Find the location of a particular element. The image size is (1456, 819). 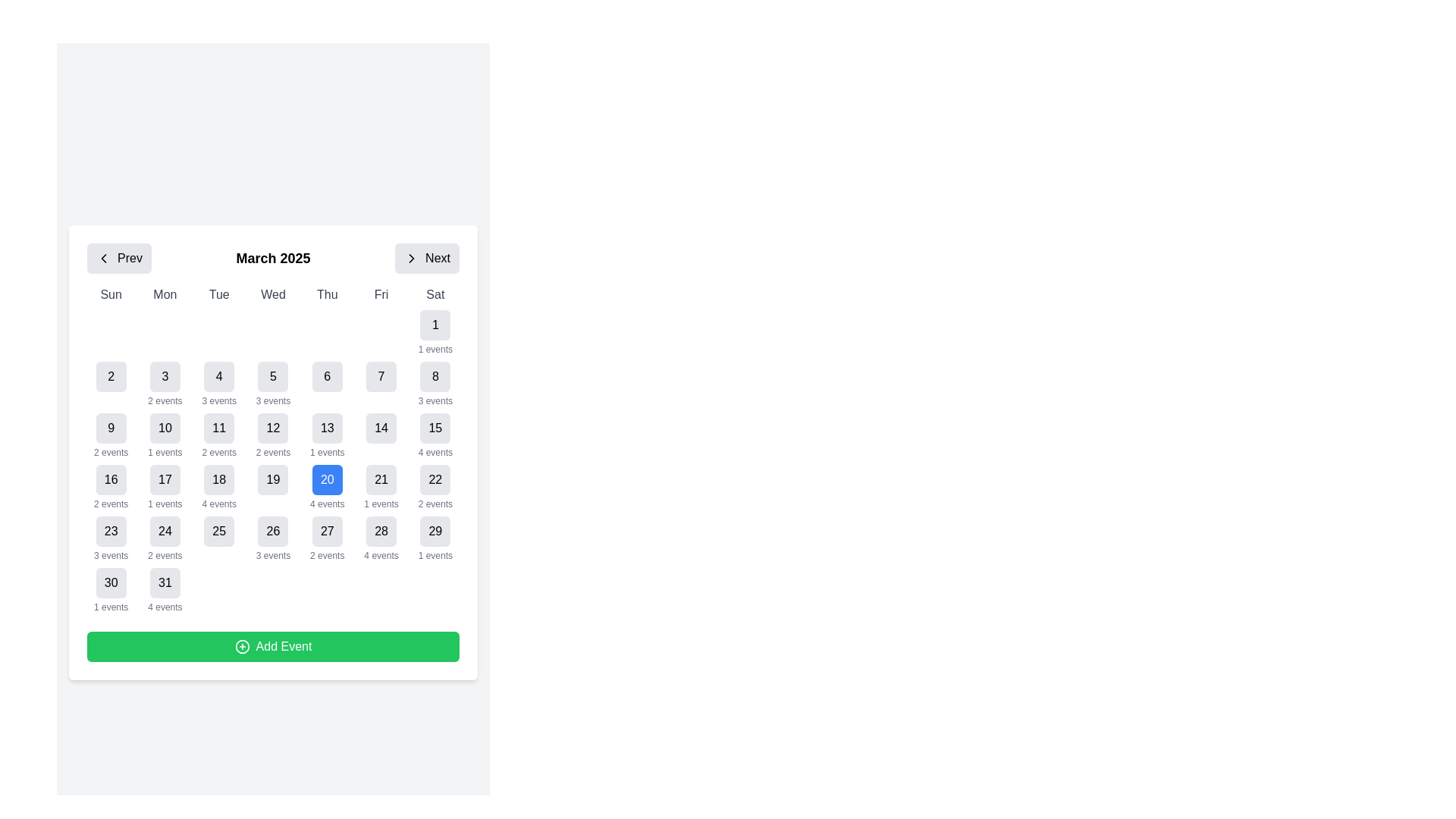

the informative text label displaying '2 events' that is styled in a small gray font, located below the button with '12' in the calendar interface is located at coordinates (273, 452).